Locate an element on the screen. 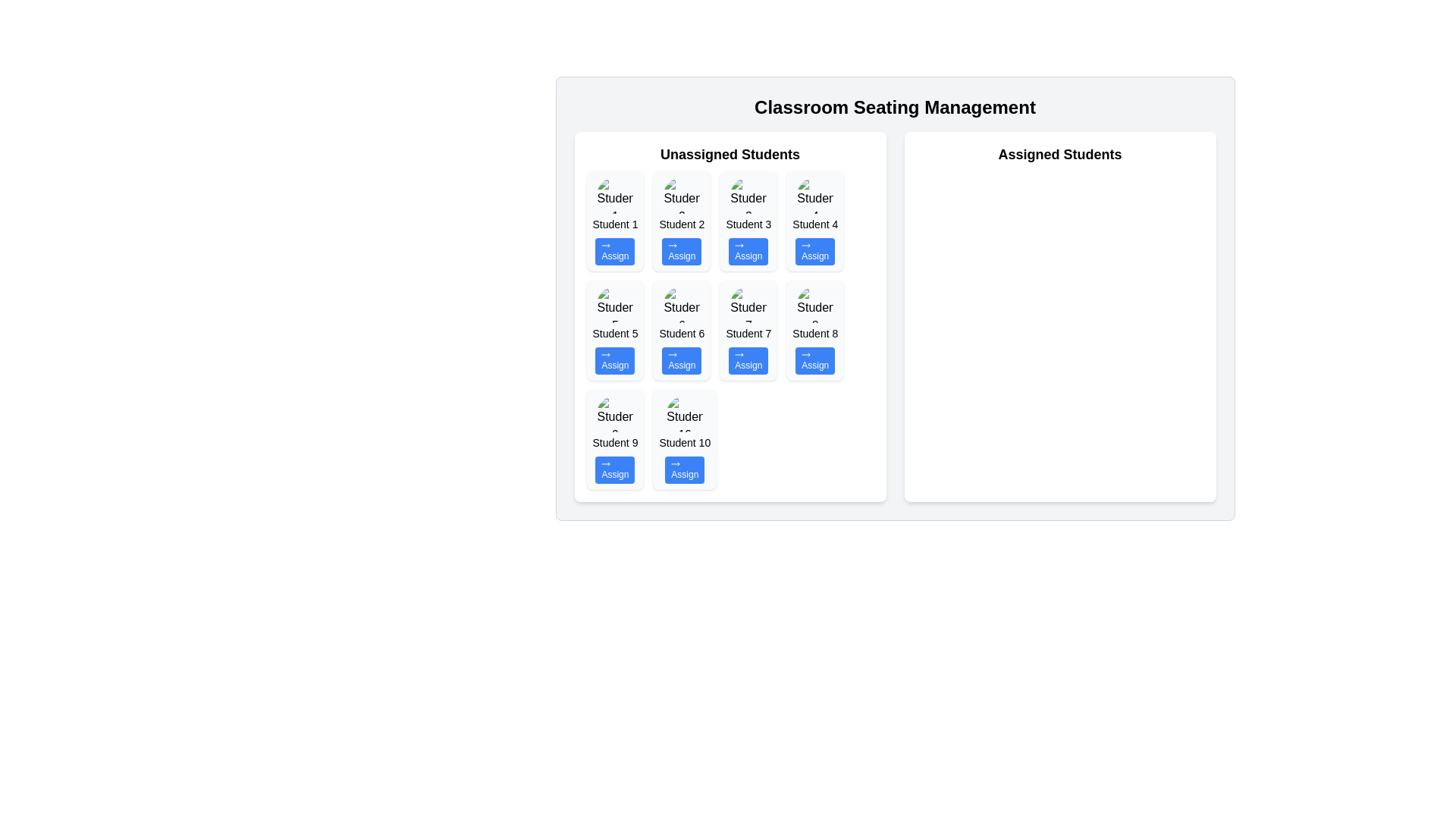 The image size is (1456, 819). the small rightward arrow icon within the bright blue 'Assign' button for 'Student 3' in the 'Unassigned Students' section is located at coordinates (739, 245).